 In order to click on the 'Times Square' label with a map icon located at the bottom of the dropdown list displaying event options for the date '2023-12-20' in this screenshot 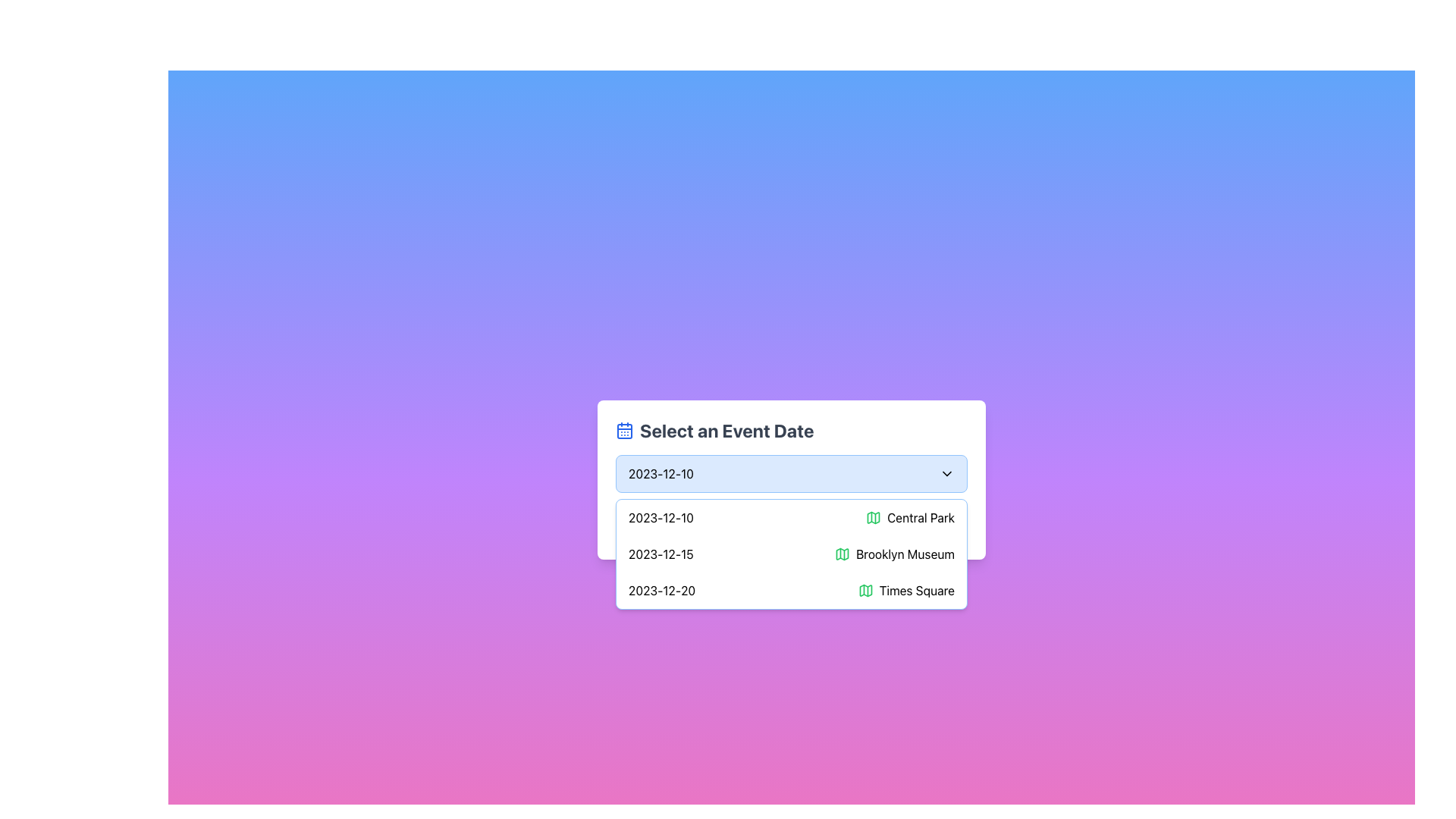, I will do `click(906, 590)`.